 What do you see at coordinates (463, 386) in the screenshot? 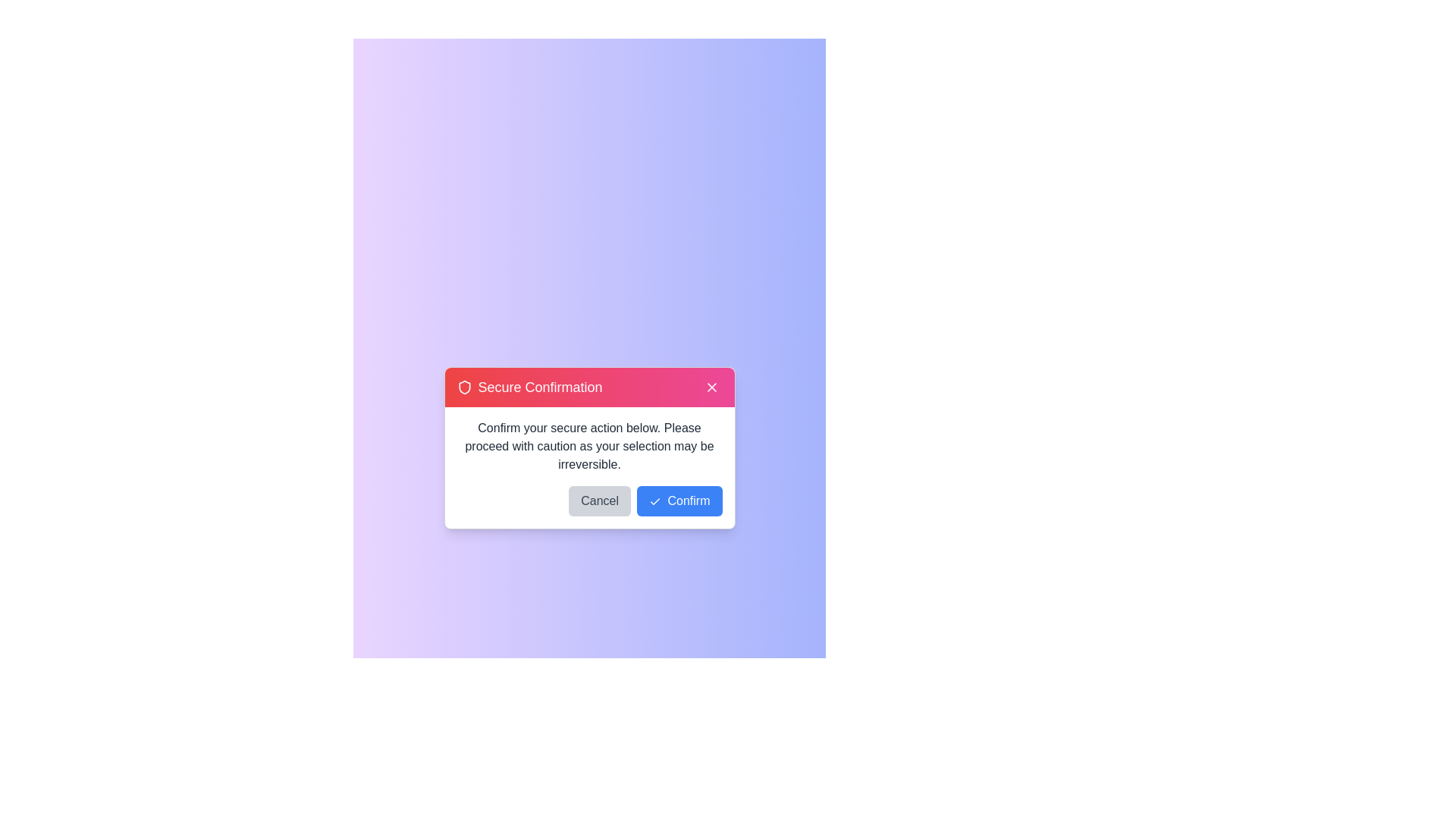
I see `the shield icon located on the leftmost side of the red header bar in the secure confirmation popup, which precedes the text 'Secure Confirmation'` at bounding box center [463, 386].